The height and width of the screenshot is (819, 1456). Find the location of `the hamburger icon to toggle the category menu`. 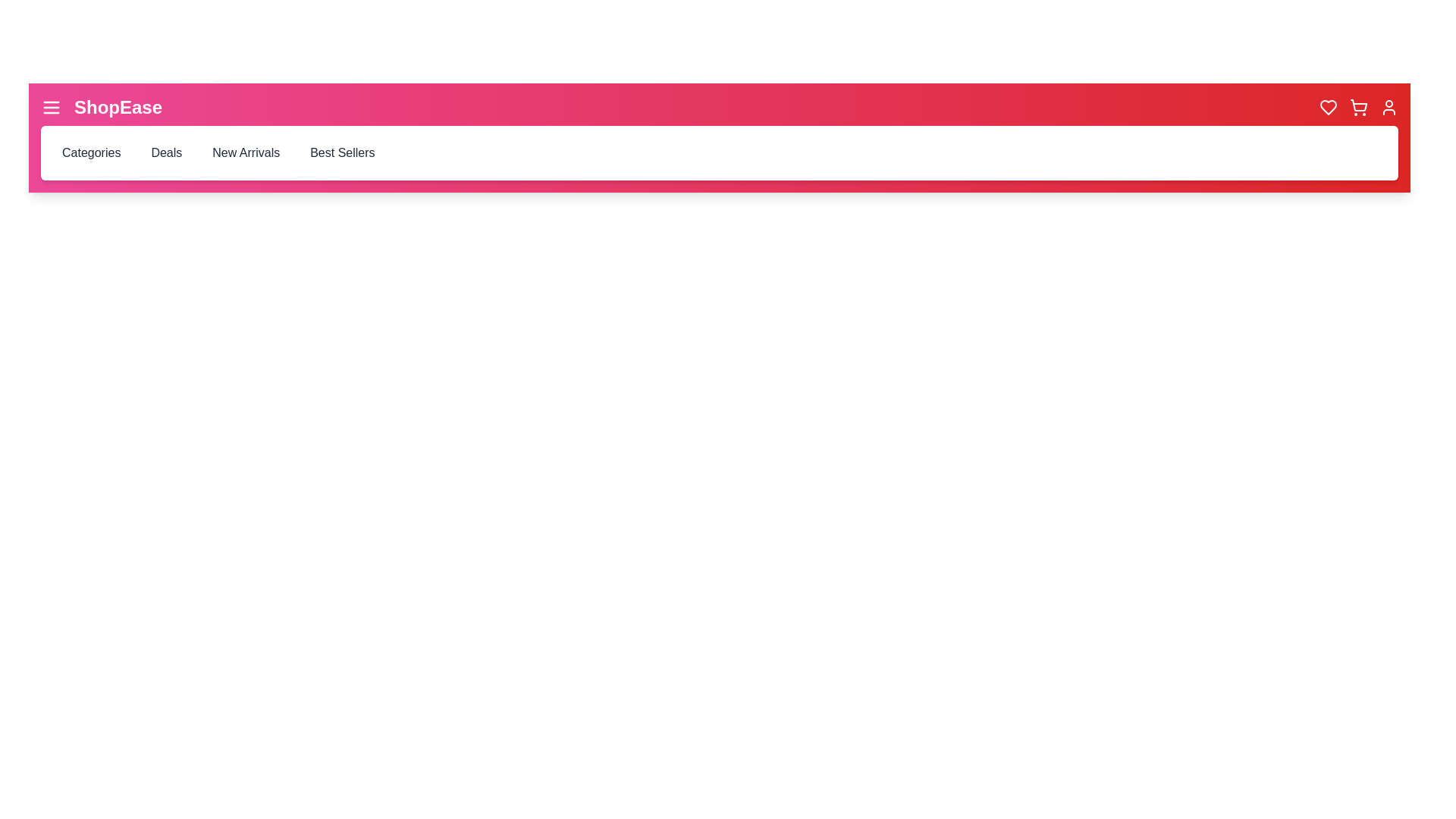

the hamburger icon to toggle the category menu is located at coordinates (51, 107).